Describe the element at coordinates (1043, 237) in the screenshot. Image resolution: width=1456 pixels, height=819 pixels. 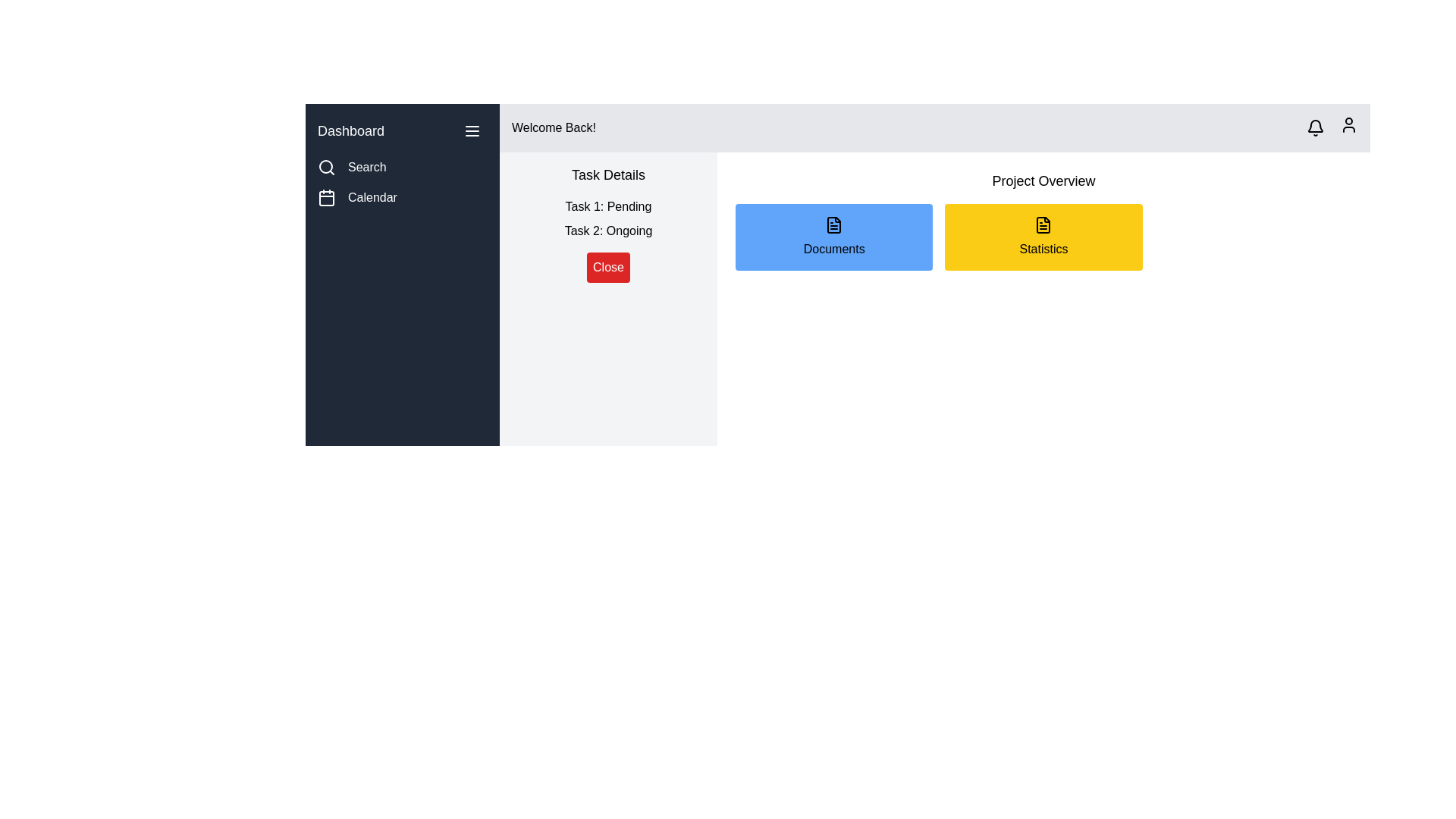
I see `the 'Statistics' card located in the second column under 'Project Overview', to the immediate right of the blue 'Documents' card` at that location.